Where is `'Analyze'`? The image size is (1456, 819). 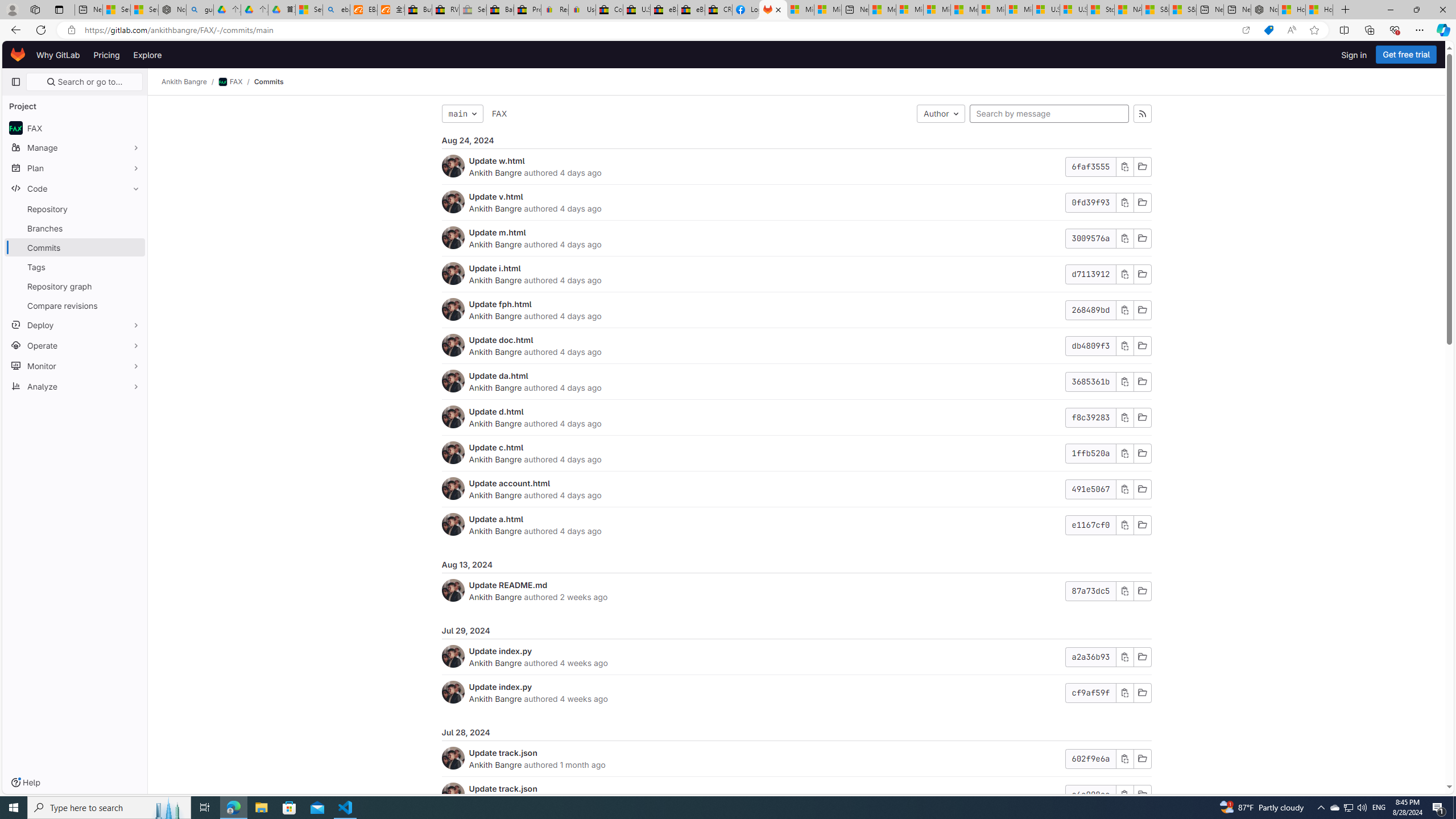
'Analyze' is located at coordinates (74, 385).